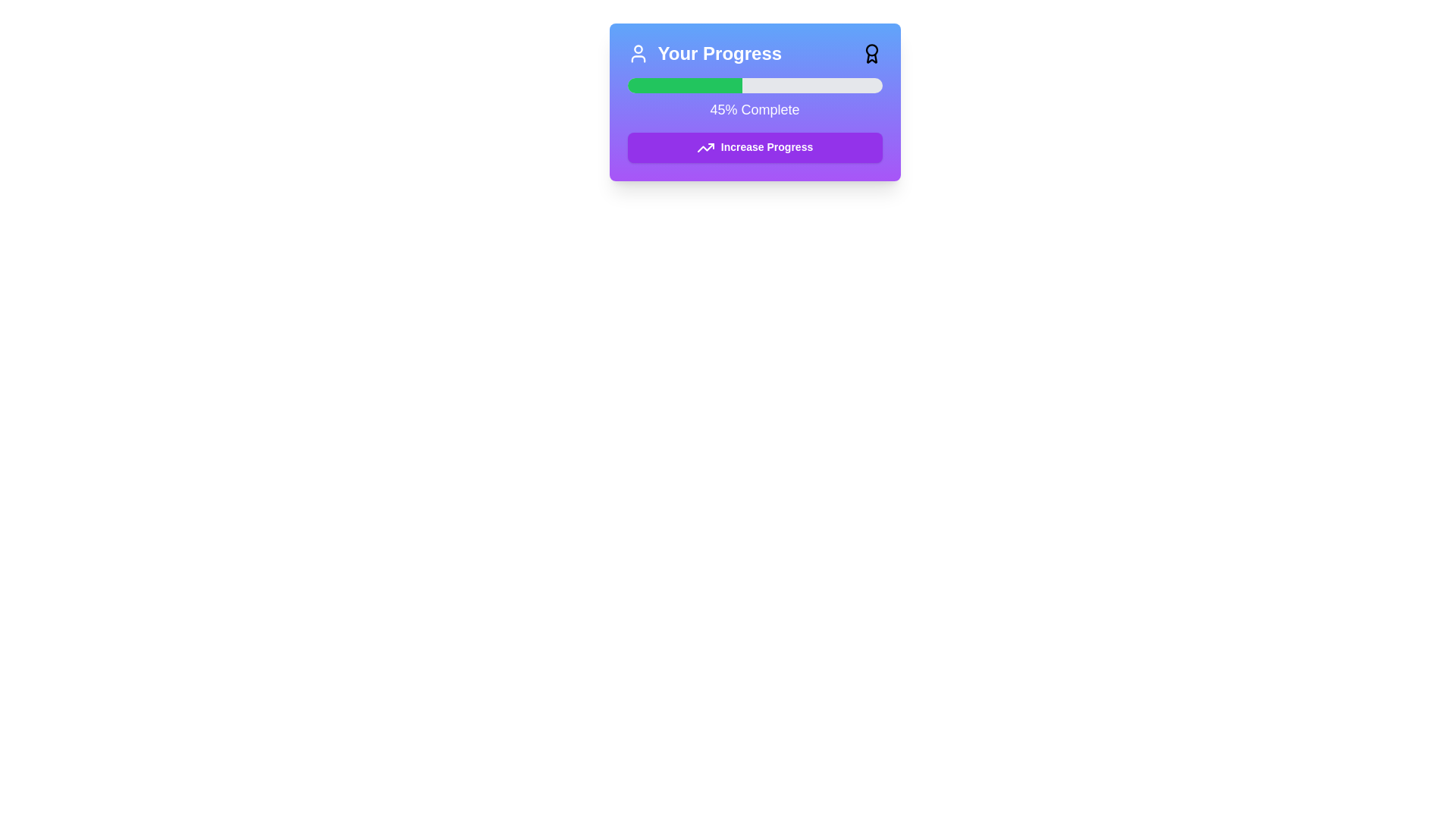 The image size is (1456, 819). Describe the element at coordinates (704, 148) in the screenshot. I see `the 'Increase Progress' button that contains a decorative upward trending arrow icon styled in a simple line-art design with a white stroke on a purple background` at that location.